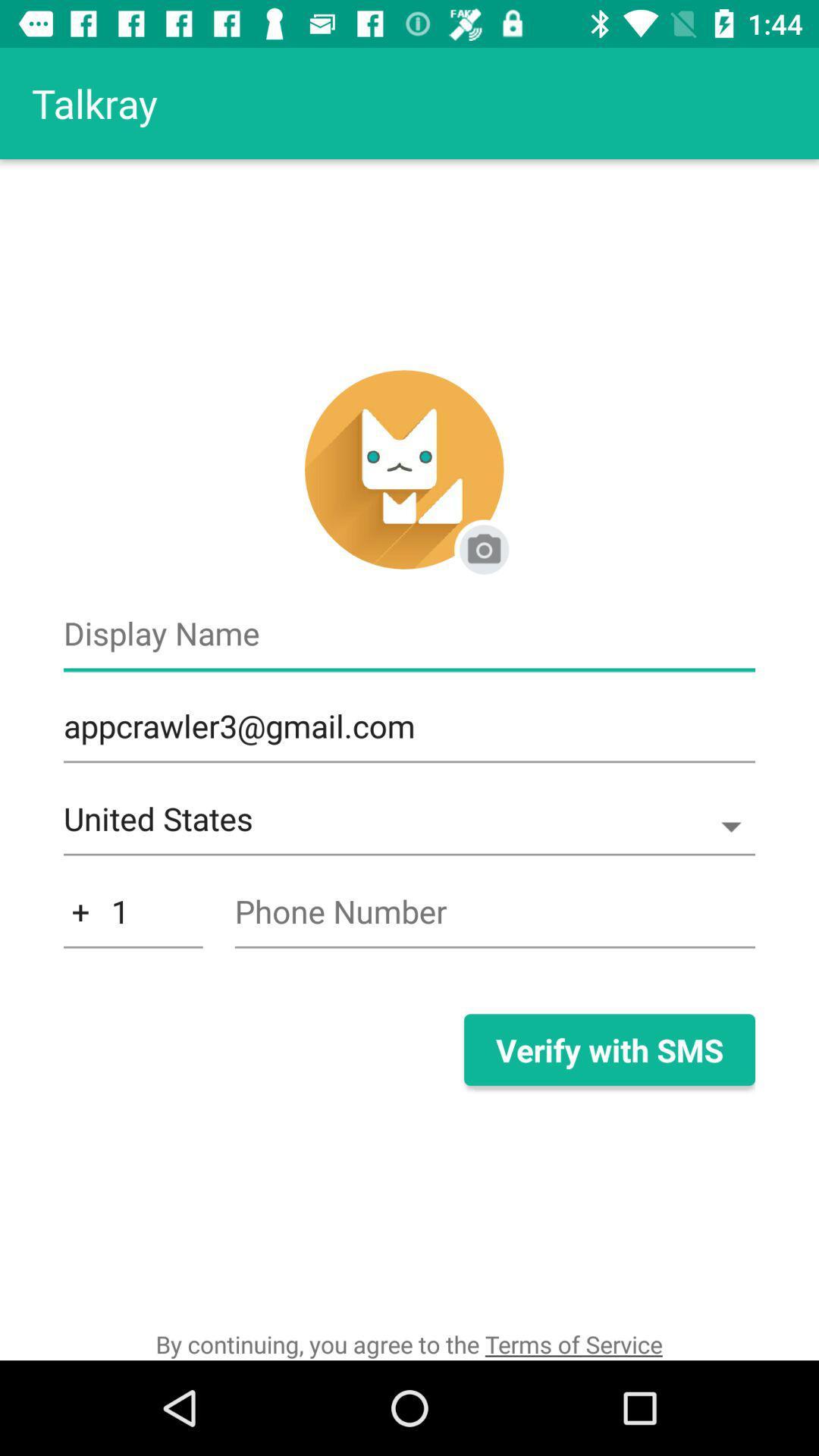  What do you see at coordinates (608, 1049) in the screenshot?
I see `item at the bottom right corner` at bounding box center [608, 1049].